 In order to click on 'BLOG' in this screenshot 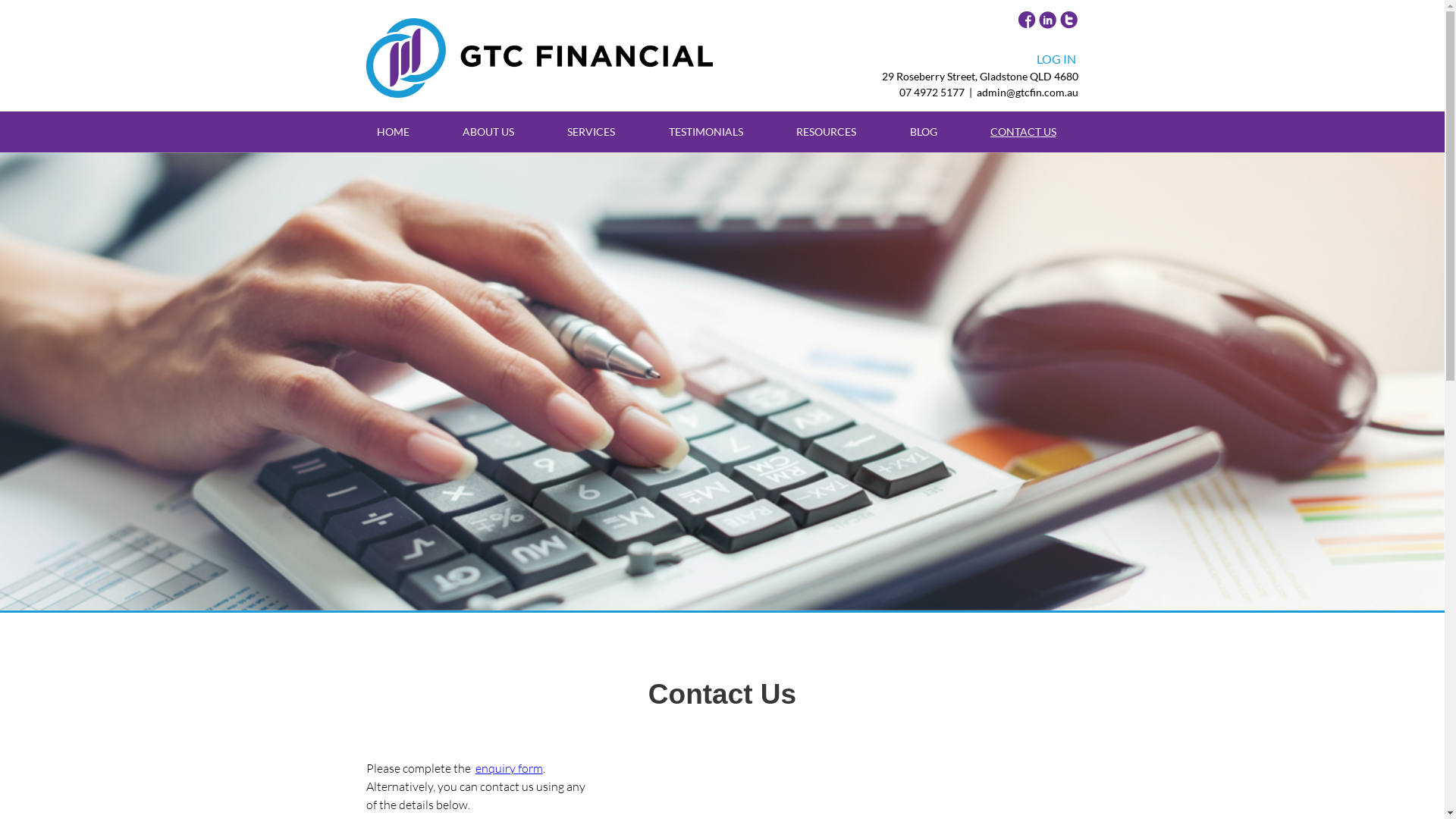, I will do `click(923, 130)`.